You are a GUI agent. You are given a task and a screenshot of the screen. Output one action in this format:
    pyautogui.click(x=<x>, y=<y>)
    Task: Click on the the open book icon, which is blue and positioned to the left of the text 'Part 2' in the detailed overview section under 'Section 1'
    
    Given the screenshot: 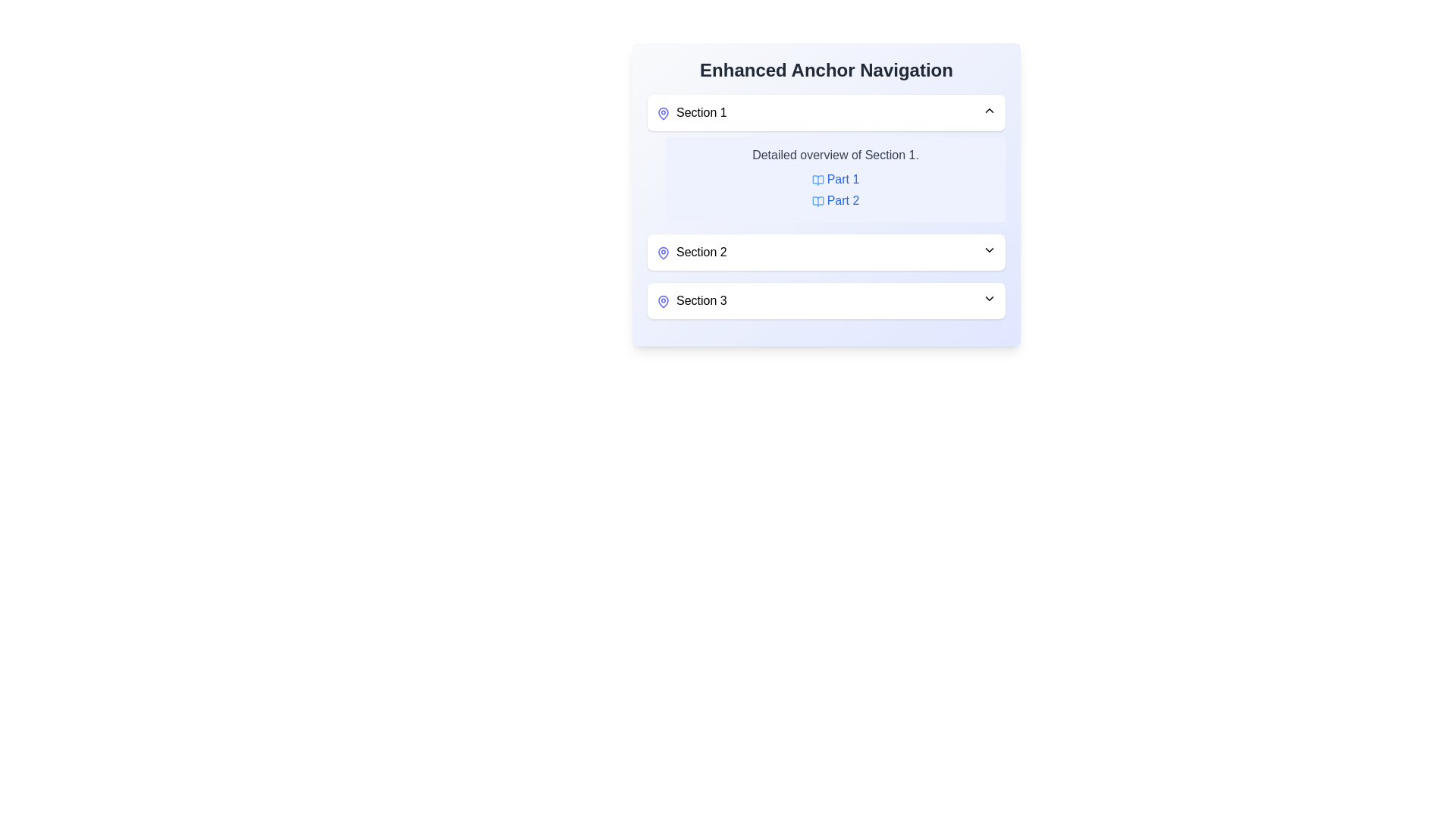 What is the action you would take?
    pyautogui.click(x=817, y=200)
    